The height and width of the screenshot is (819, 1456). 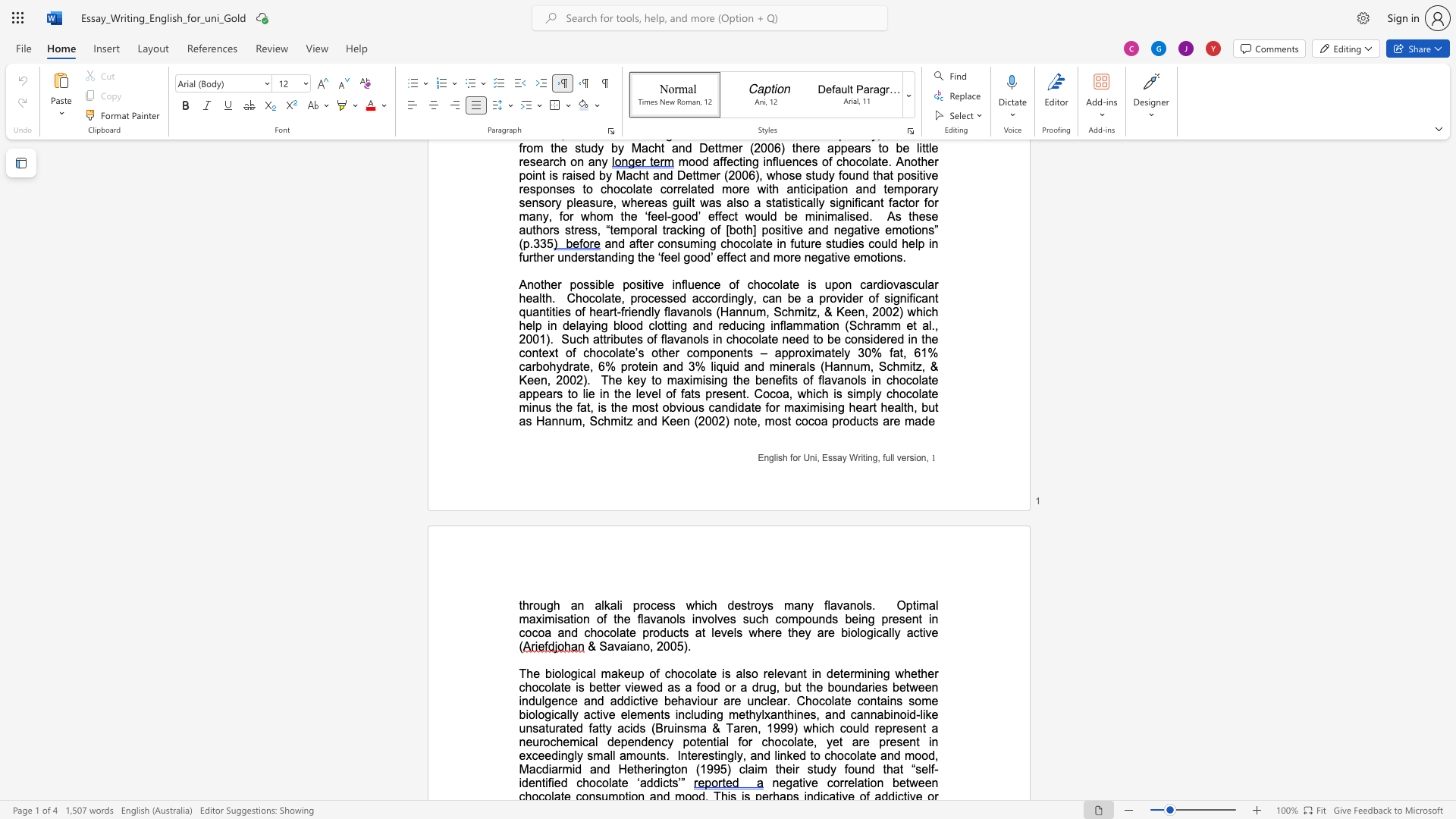 I want to click on the 1th character "e" in the text, so click(x=836, y=673).